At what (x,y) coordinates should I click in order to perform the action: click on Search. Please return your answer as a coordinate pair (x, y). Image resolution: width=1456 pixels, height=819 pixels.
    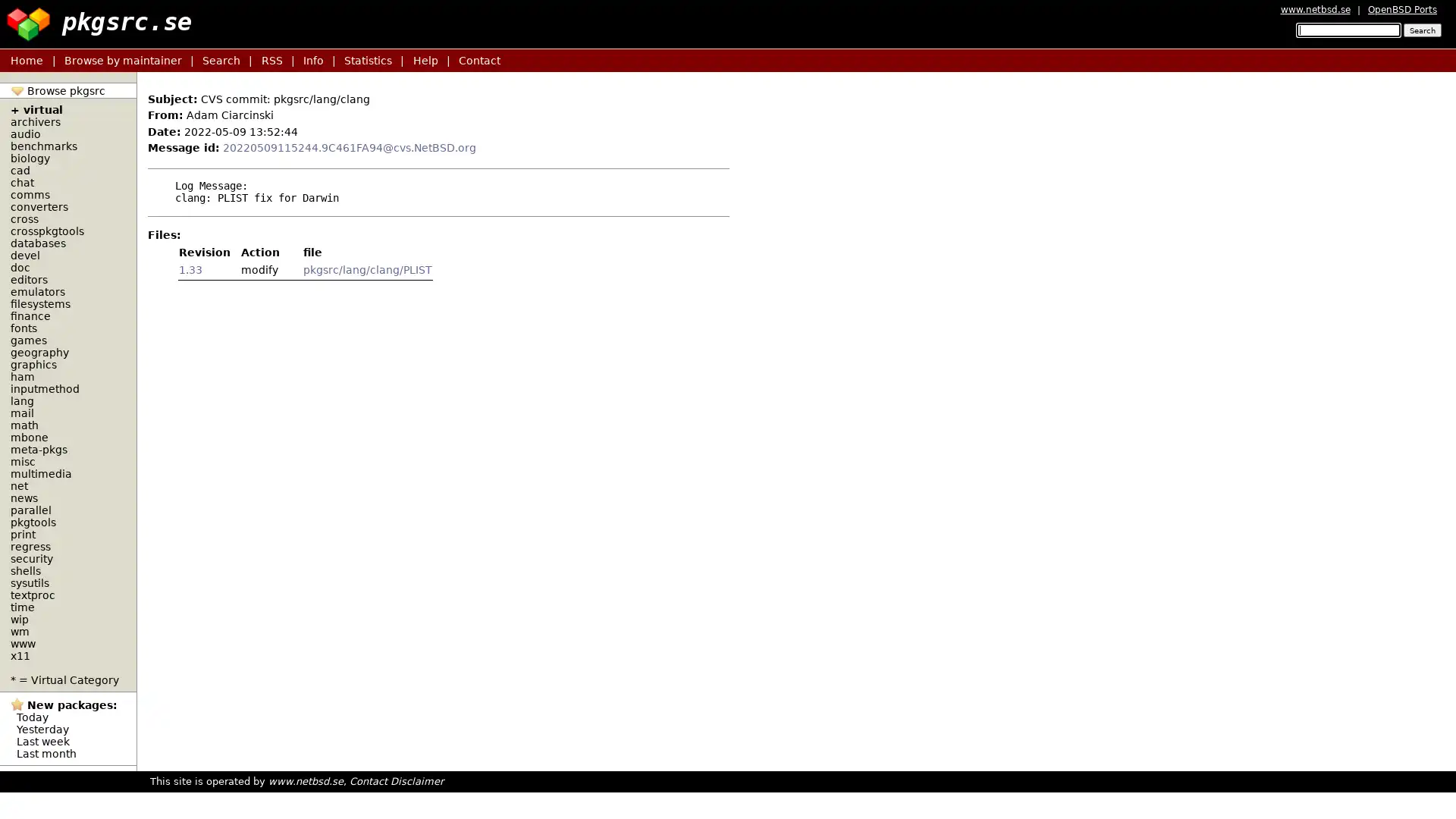
    Looking at the image, I should click on (1421, 30).